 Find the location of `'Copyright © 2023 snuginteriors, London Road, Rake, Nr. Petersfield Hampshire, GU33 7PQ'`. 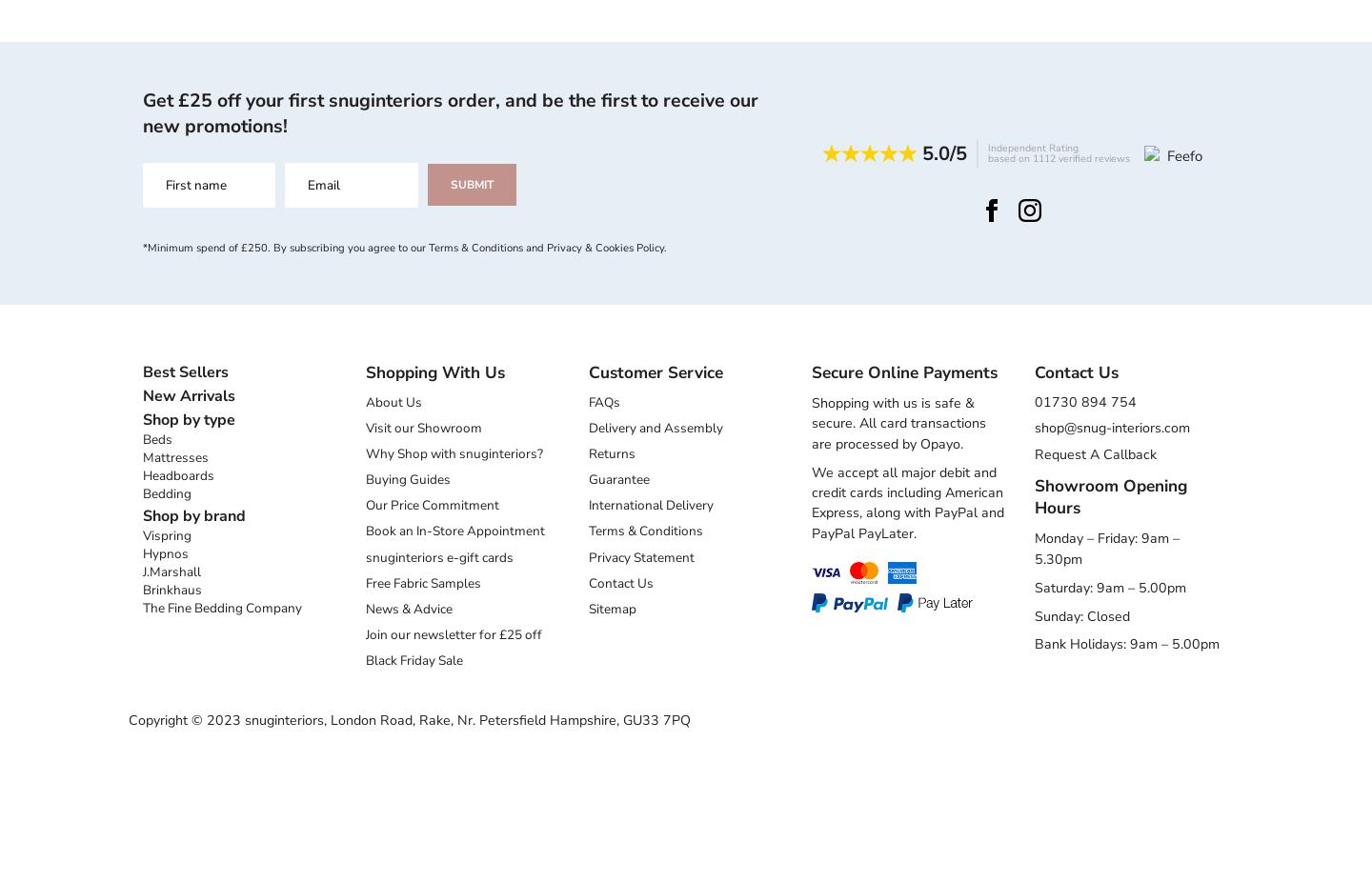

'Copyright © 2023 snuginteriors, London Road, Rake, Nr. Petersfield Hampshire, GU33 7PQ' is located at coordinates (409, 720).